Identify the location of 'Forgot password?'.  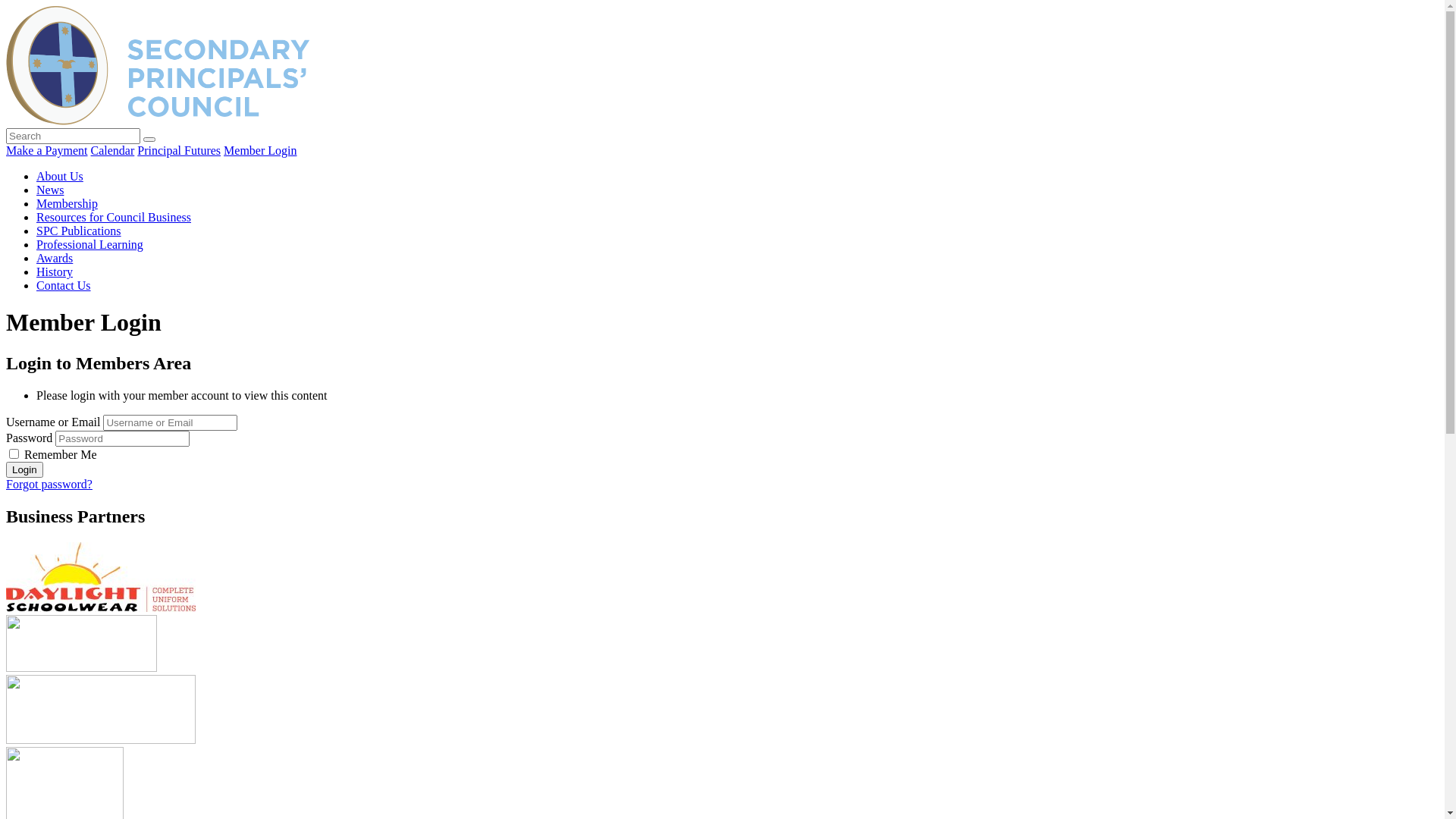
(6, 484).